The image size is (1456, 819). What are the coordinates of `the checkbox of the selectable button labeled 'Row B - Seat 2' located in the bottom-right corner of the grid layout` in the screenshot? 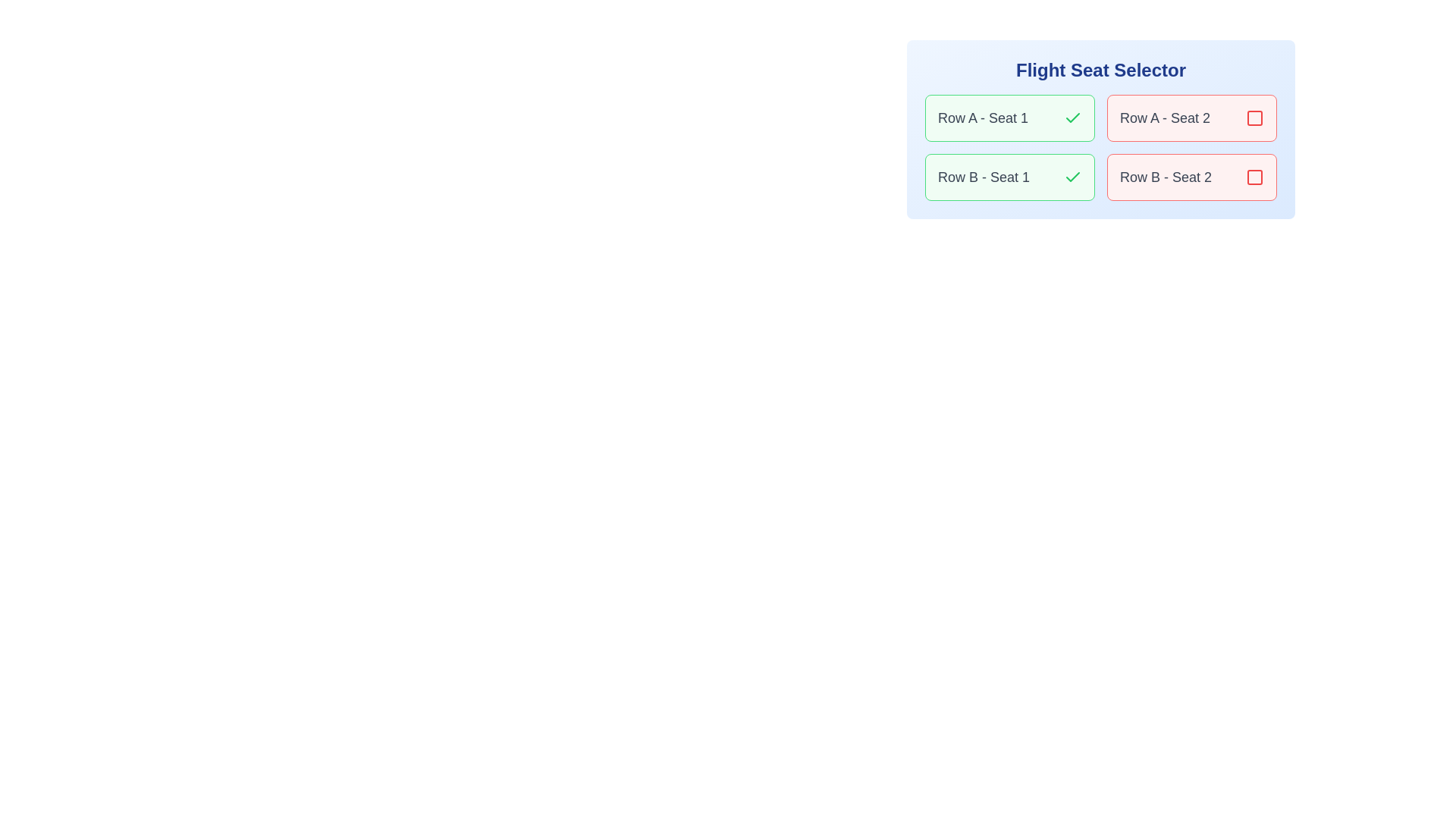 It's located at (1191, 177).